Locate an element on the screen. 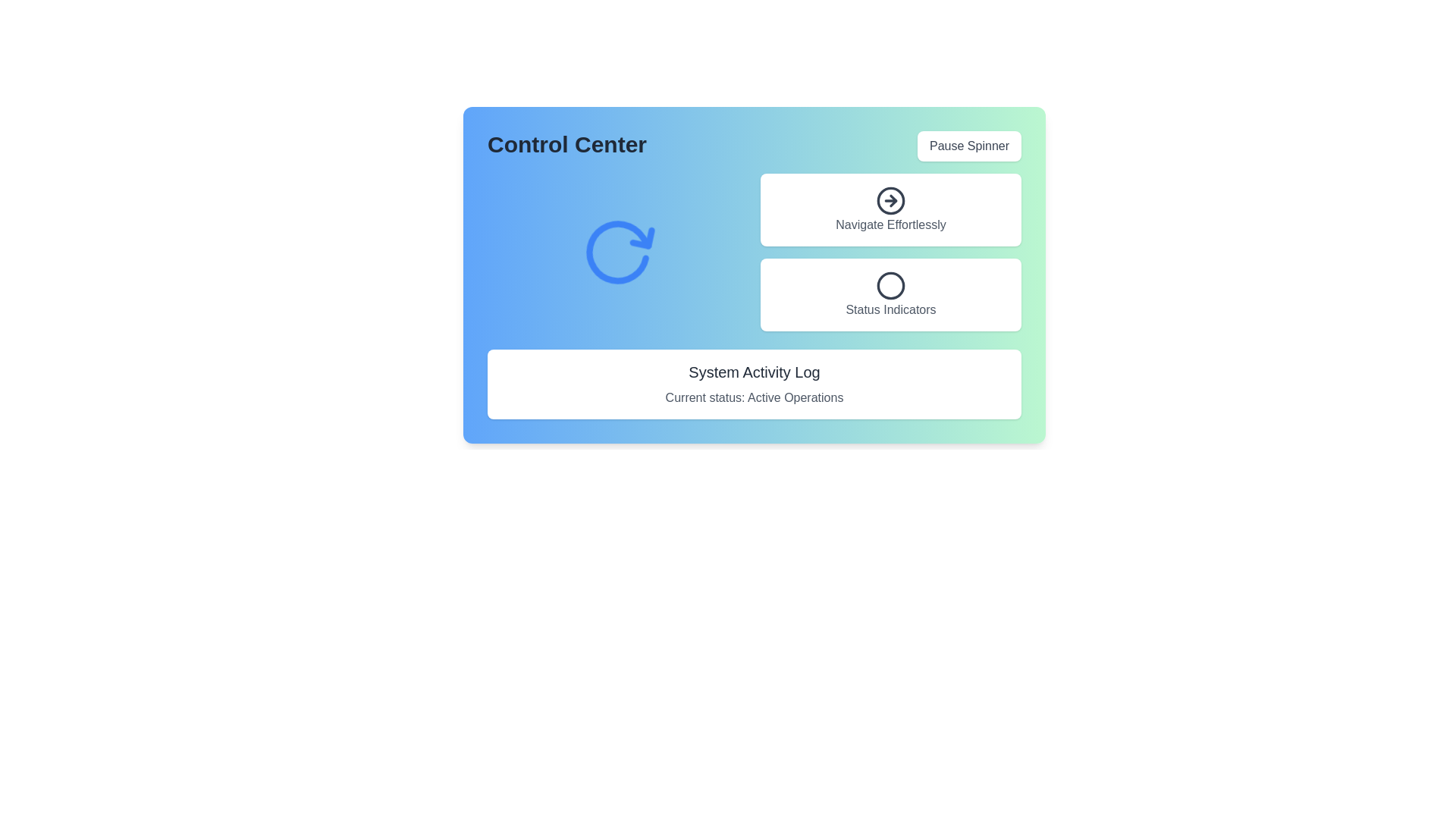  the informational text displaying 'Active Operations', which is located beneath the 'System Activity Log' heading is located at coordinates (754, 397).